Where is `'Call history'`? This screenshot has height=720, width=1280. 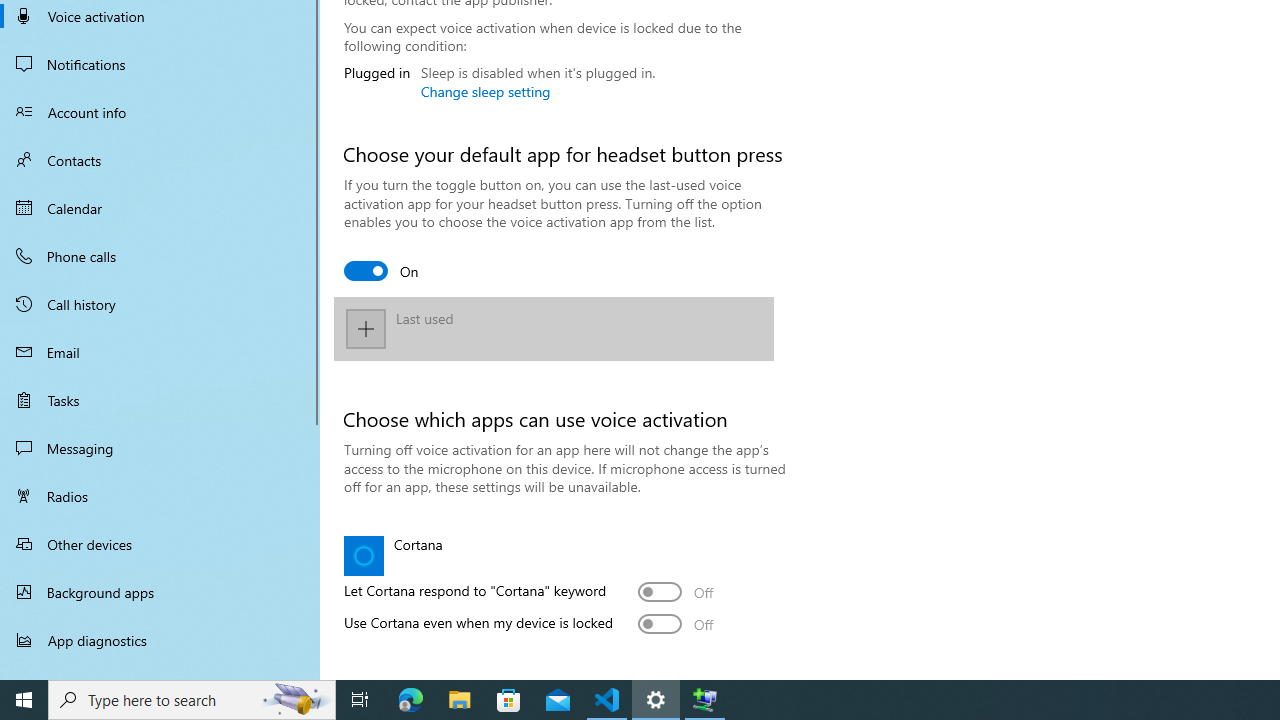
'Call history' is located at coordinates (160, 304).